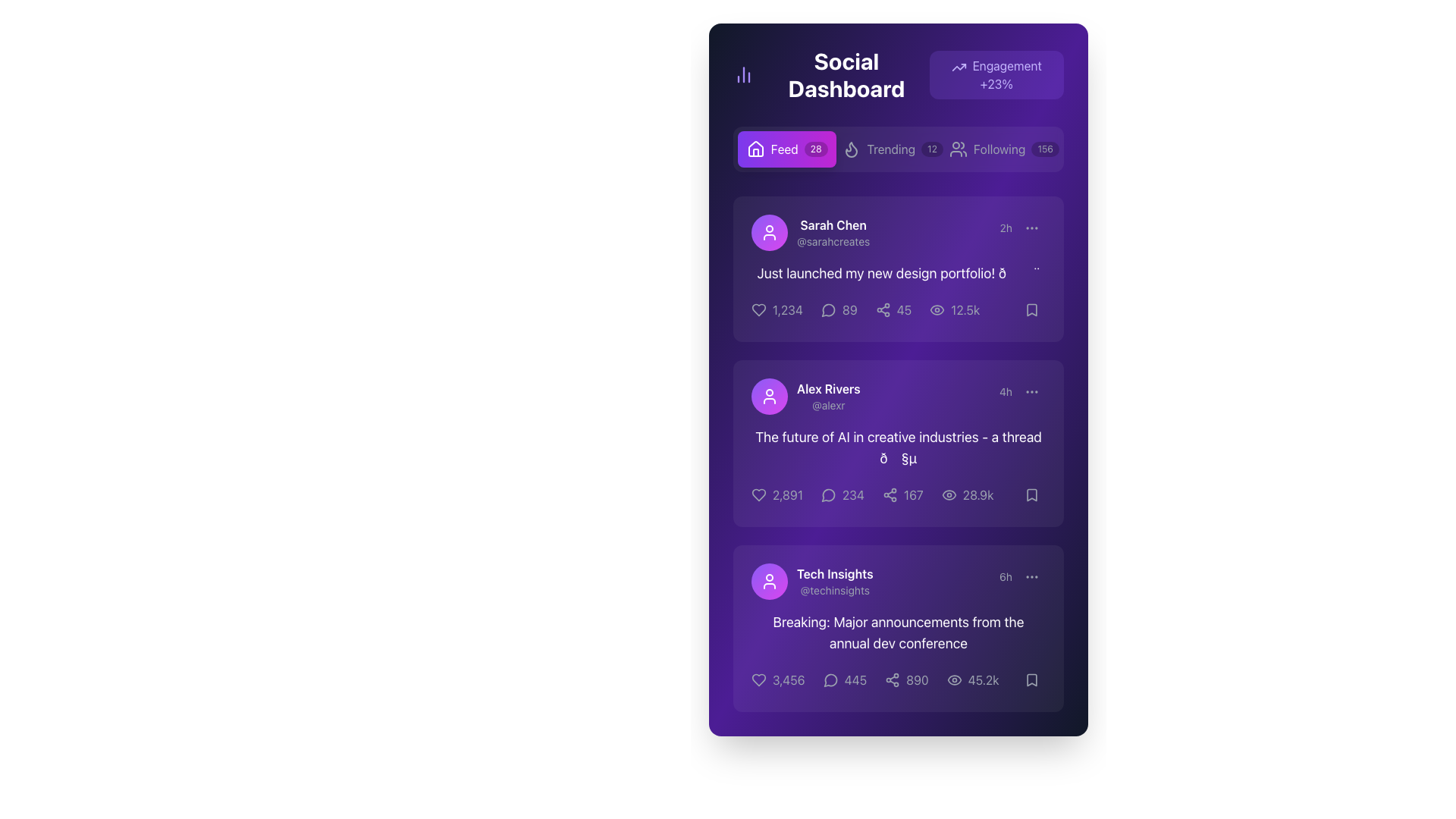 The height and width of the screenshot is (819, 1456). I want to click on text displayed in the Text Label that shows the full name of the user associated with the second post card, located above the username '@alexr', so click(827, 388).